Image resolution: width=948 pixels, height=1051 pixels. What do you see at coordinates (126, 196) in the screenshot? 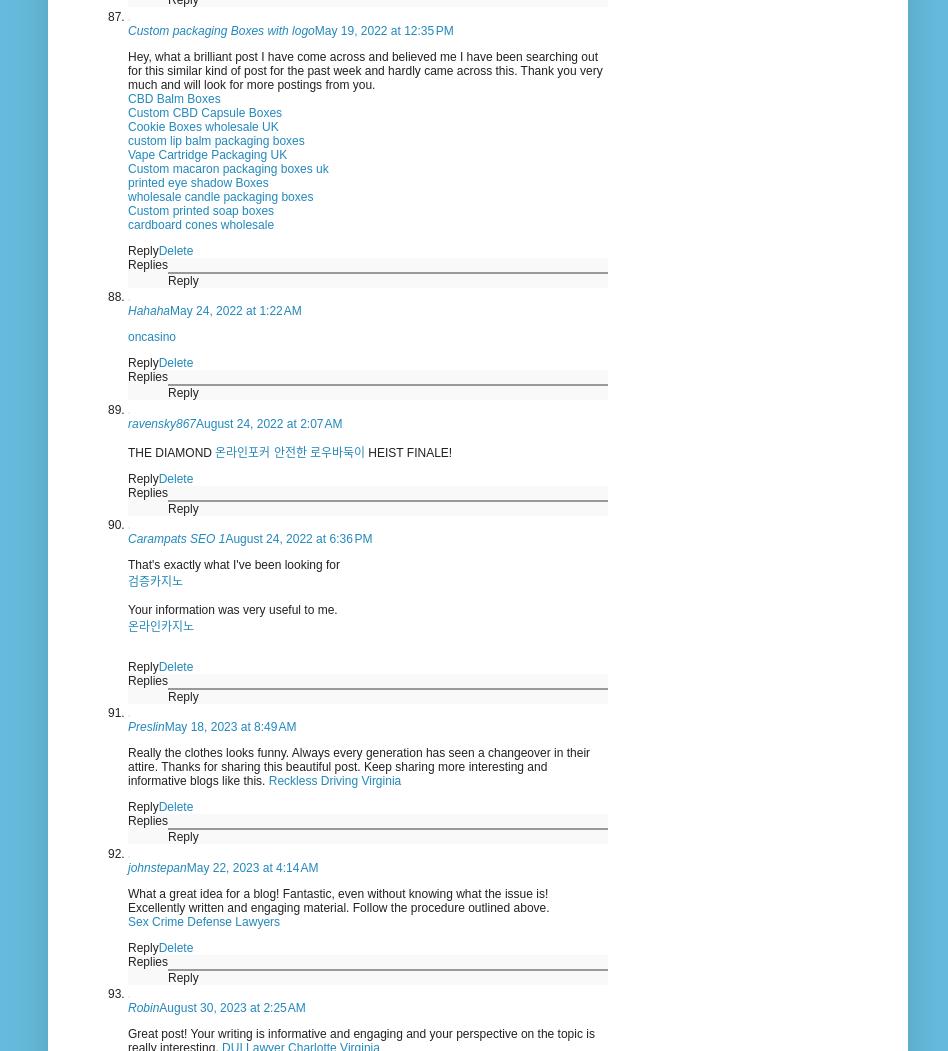
I see `'wholesale candle packaging boxes'` at bounding box center [126, 196].